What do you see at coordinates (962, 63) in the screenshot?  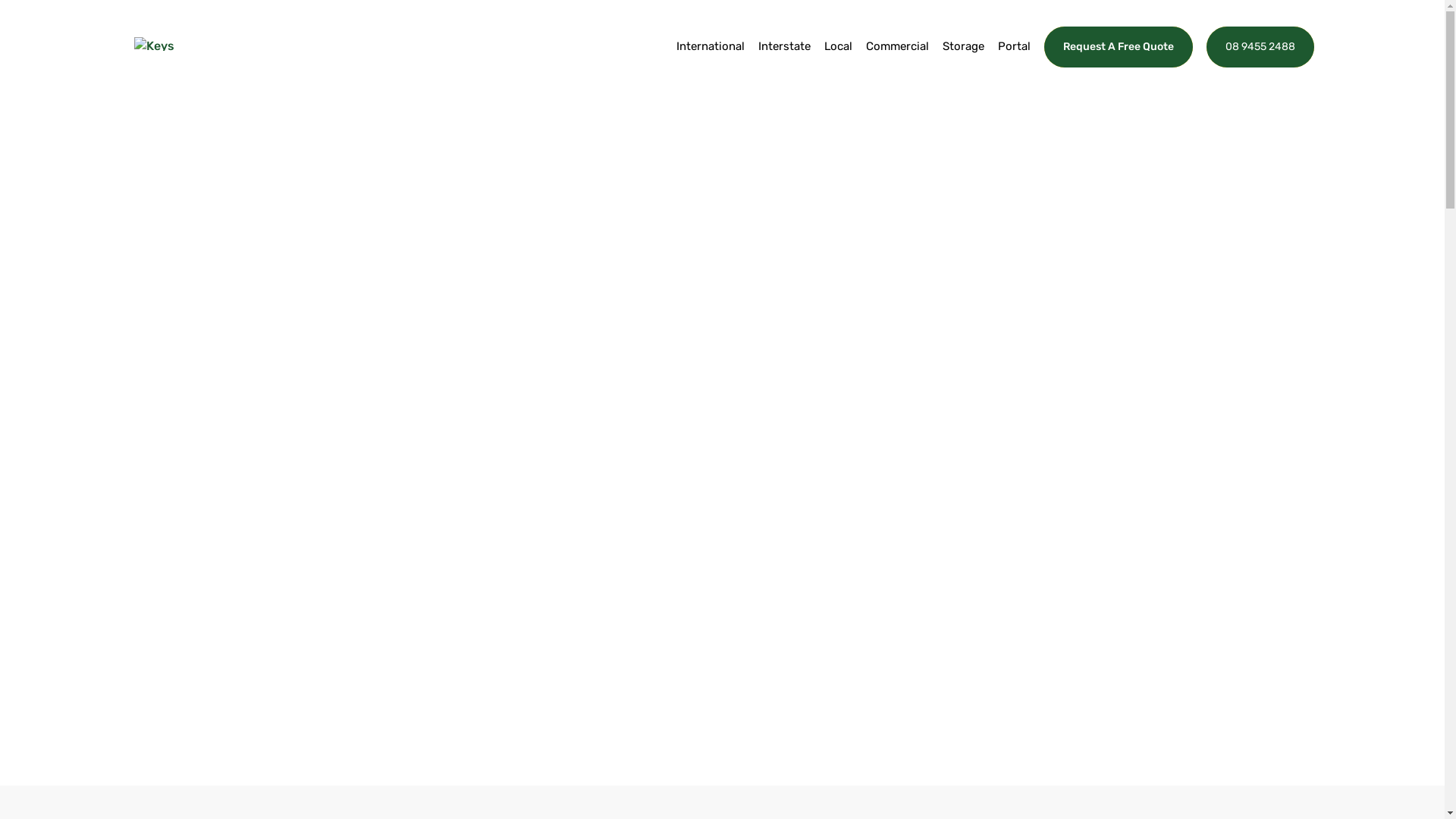 I see `'Storage'` at bounding box center [962, 63].